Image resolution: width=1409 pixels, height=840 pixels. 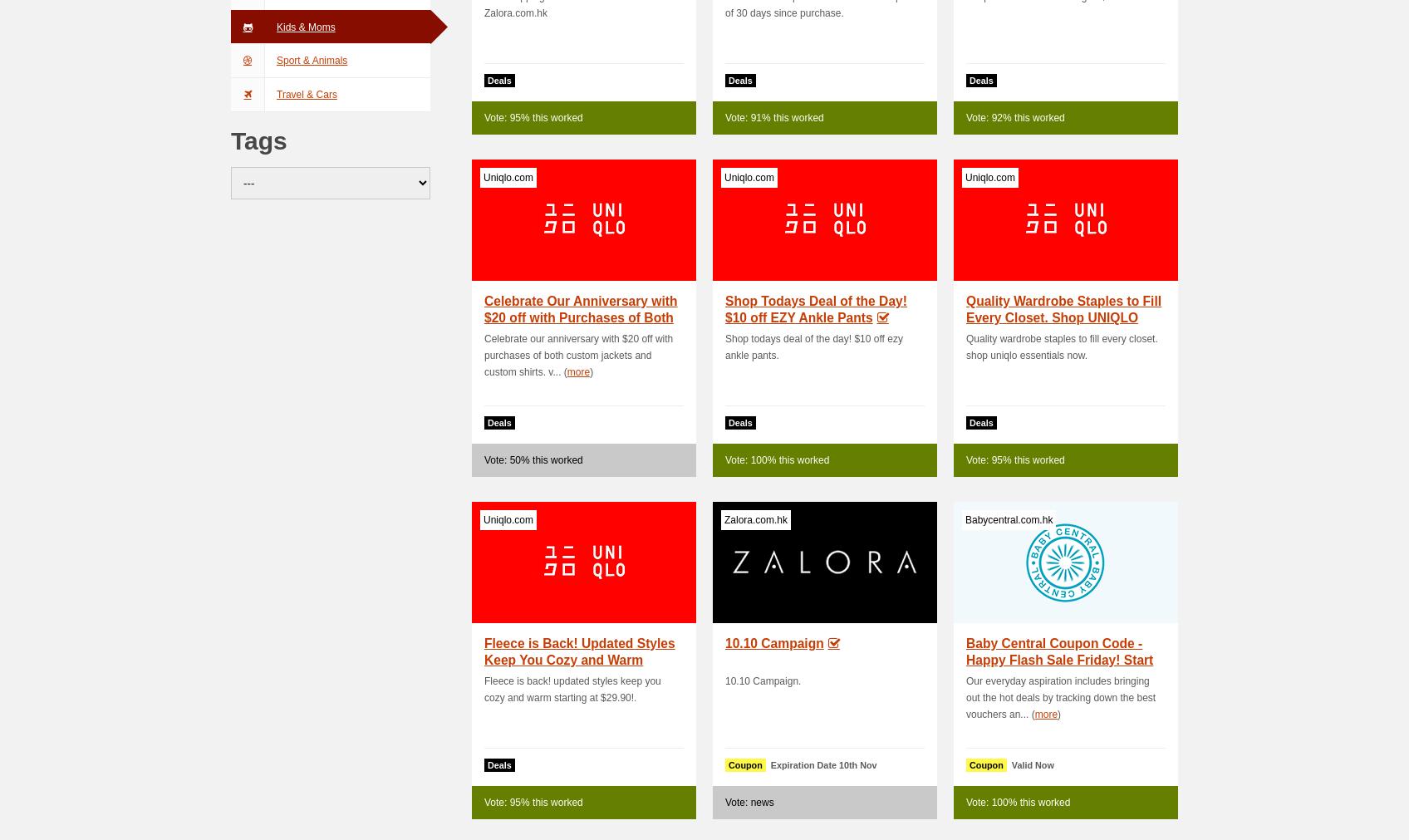 I want to click on '10.10 Campaign.', so click(x=763, y=680).